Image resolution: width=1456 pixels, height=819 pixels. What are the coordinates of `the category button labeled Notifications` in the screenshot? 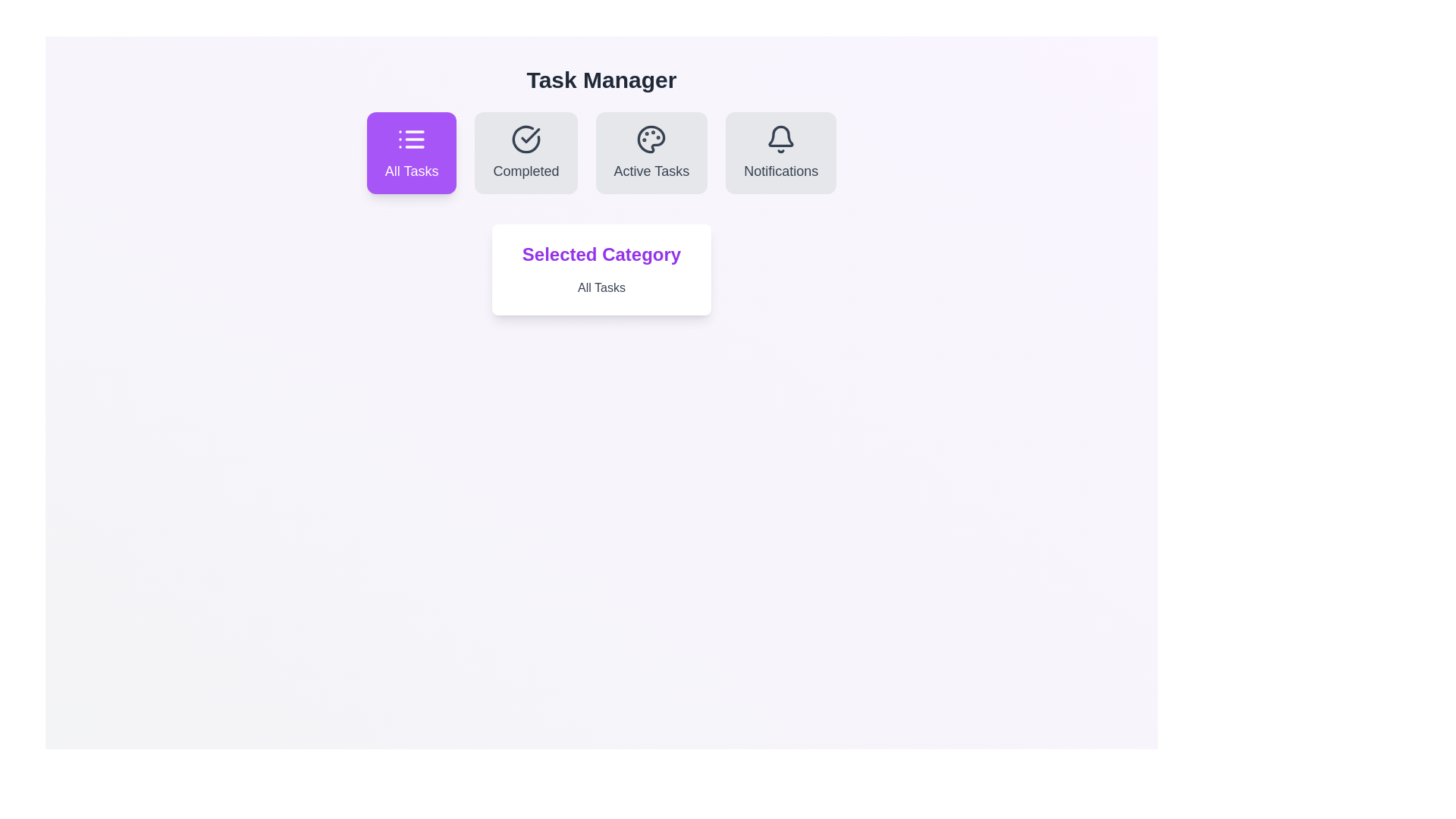 It's located at (781, 152).